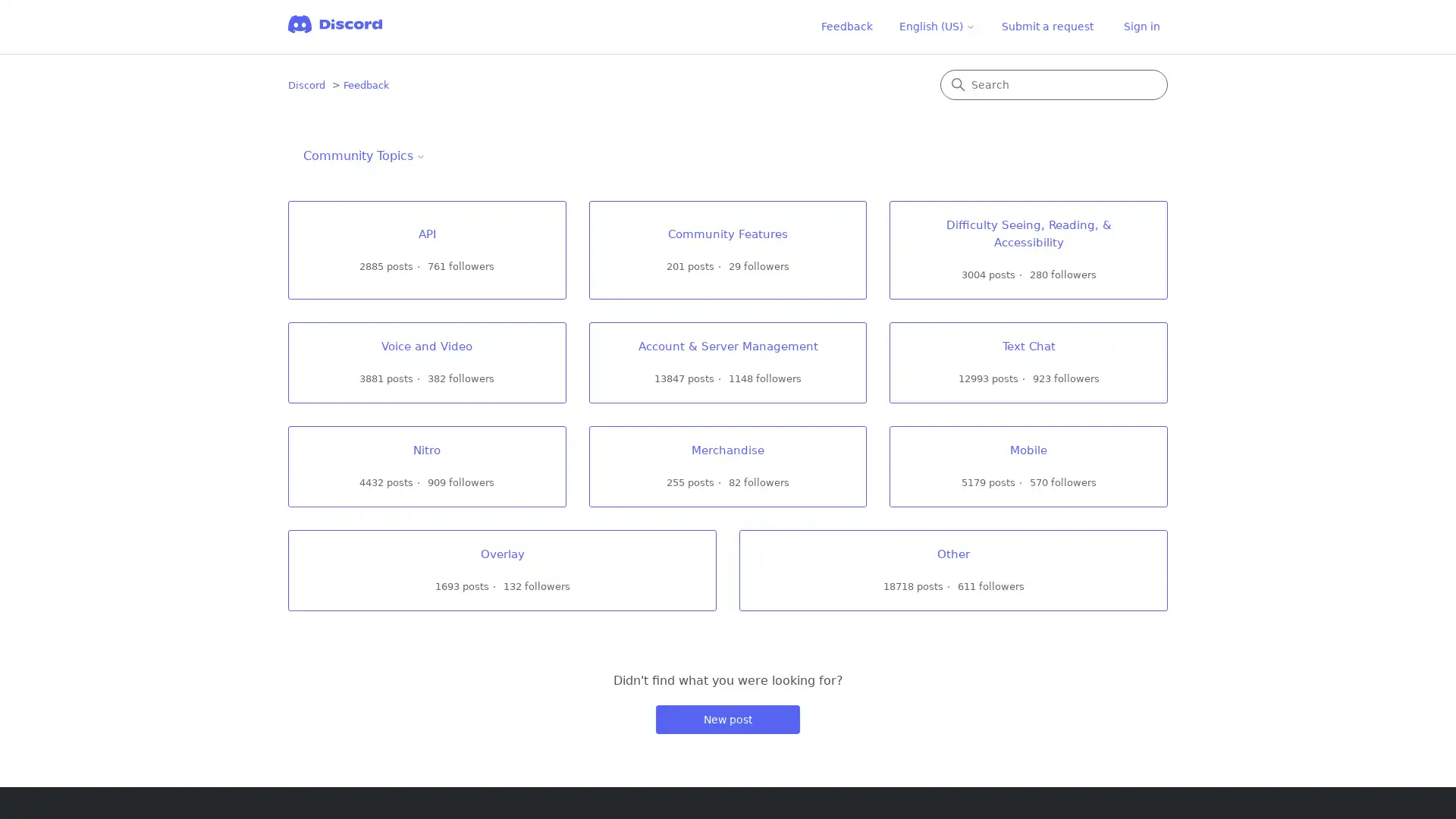 This screenshot has height=819, width=1456. What do you see at coordinates (1142, 27) in the screenshot?
I see `Sign in` at bounding box center [1142, 27].